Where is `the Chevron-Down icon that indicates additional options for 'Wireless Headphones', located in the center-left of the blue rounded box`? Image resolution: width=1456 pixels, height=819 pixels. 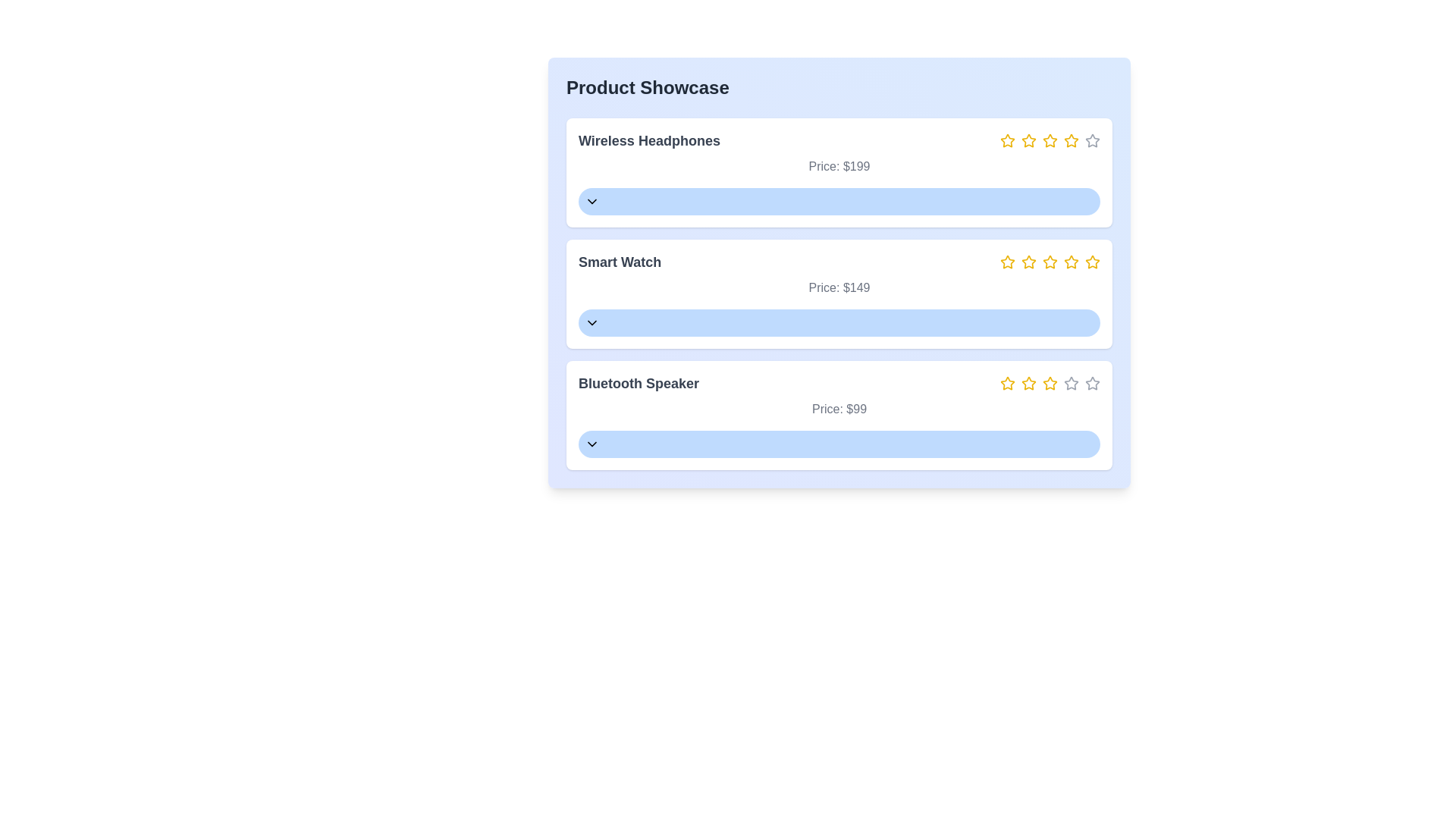
the Chevron-Down icon that indicates additional options for 'Wireless Headphones', located in the center-left of the blue rounded box is located at coordinates (591, 201).